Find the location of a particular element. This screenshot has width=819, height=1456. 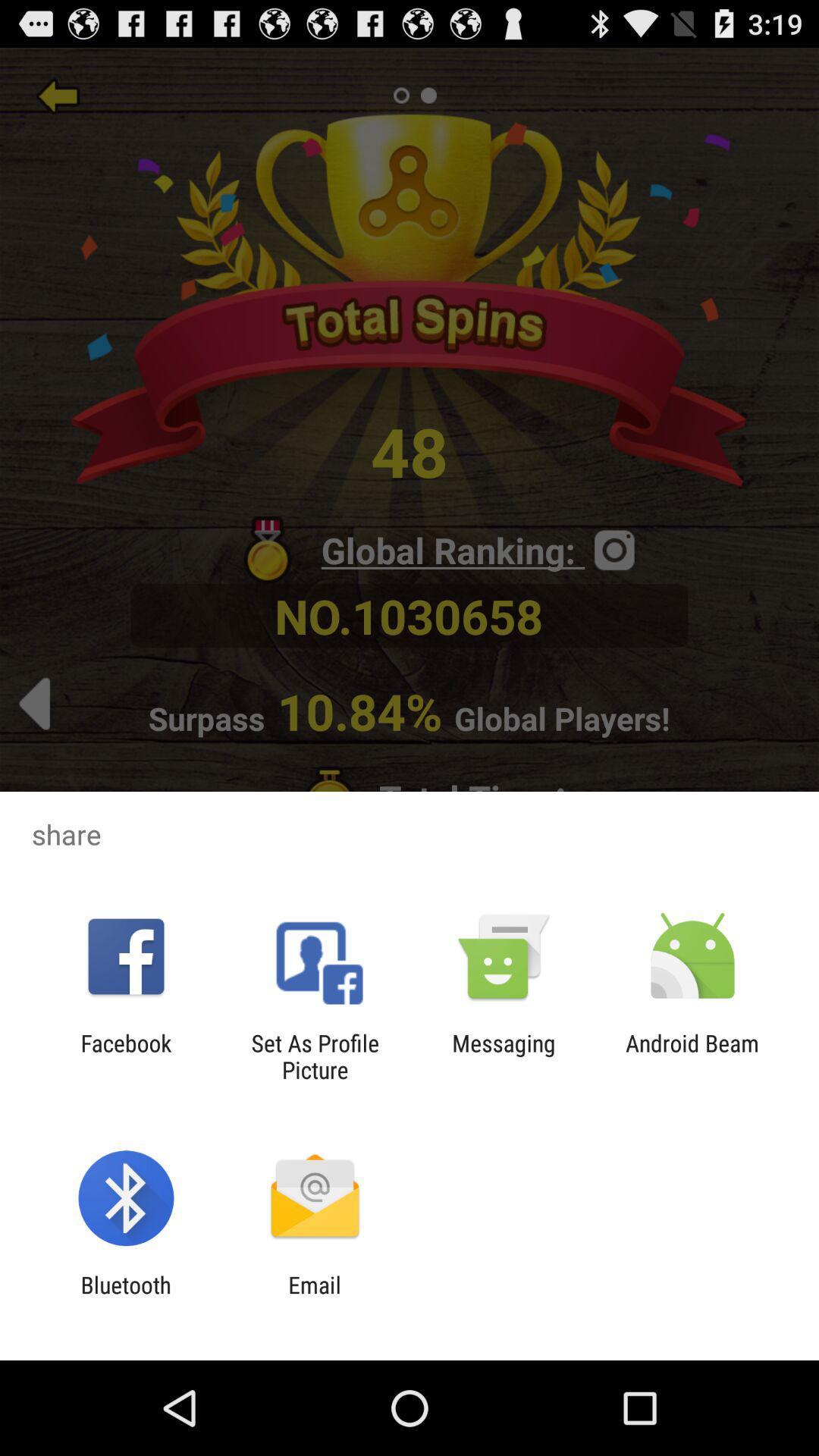

item next to messaging item is located at coordinates (314, 1056).